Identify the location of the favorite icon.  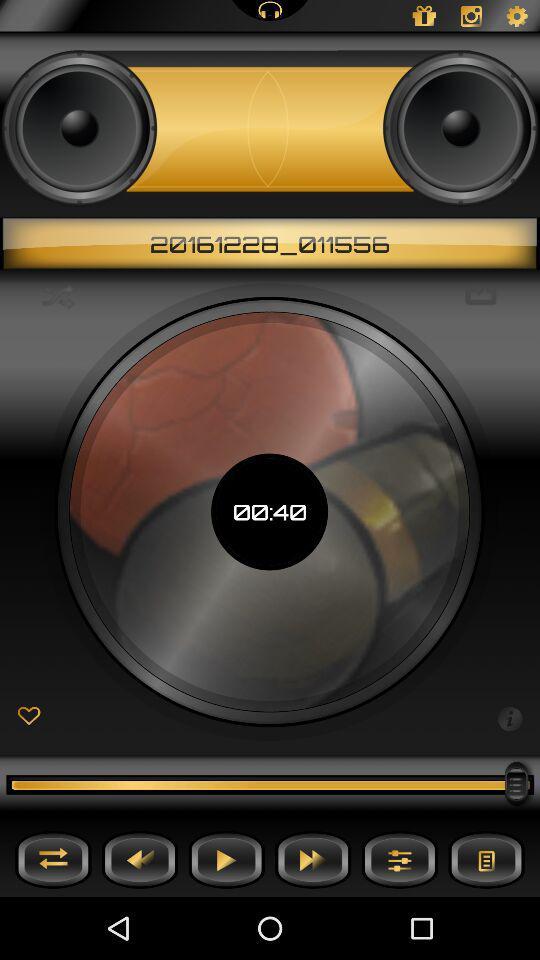
(28, 717).